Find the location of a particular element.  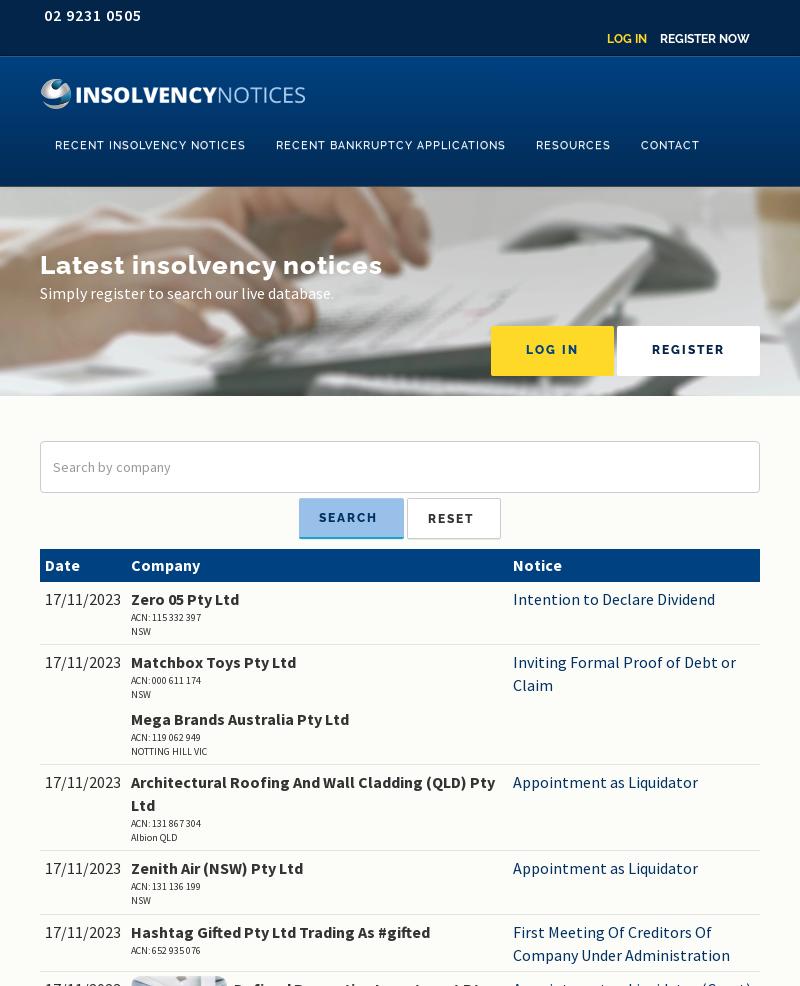

'Albion QLD' is located at coordinates (130, 836).